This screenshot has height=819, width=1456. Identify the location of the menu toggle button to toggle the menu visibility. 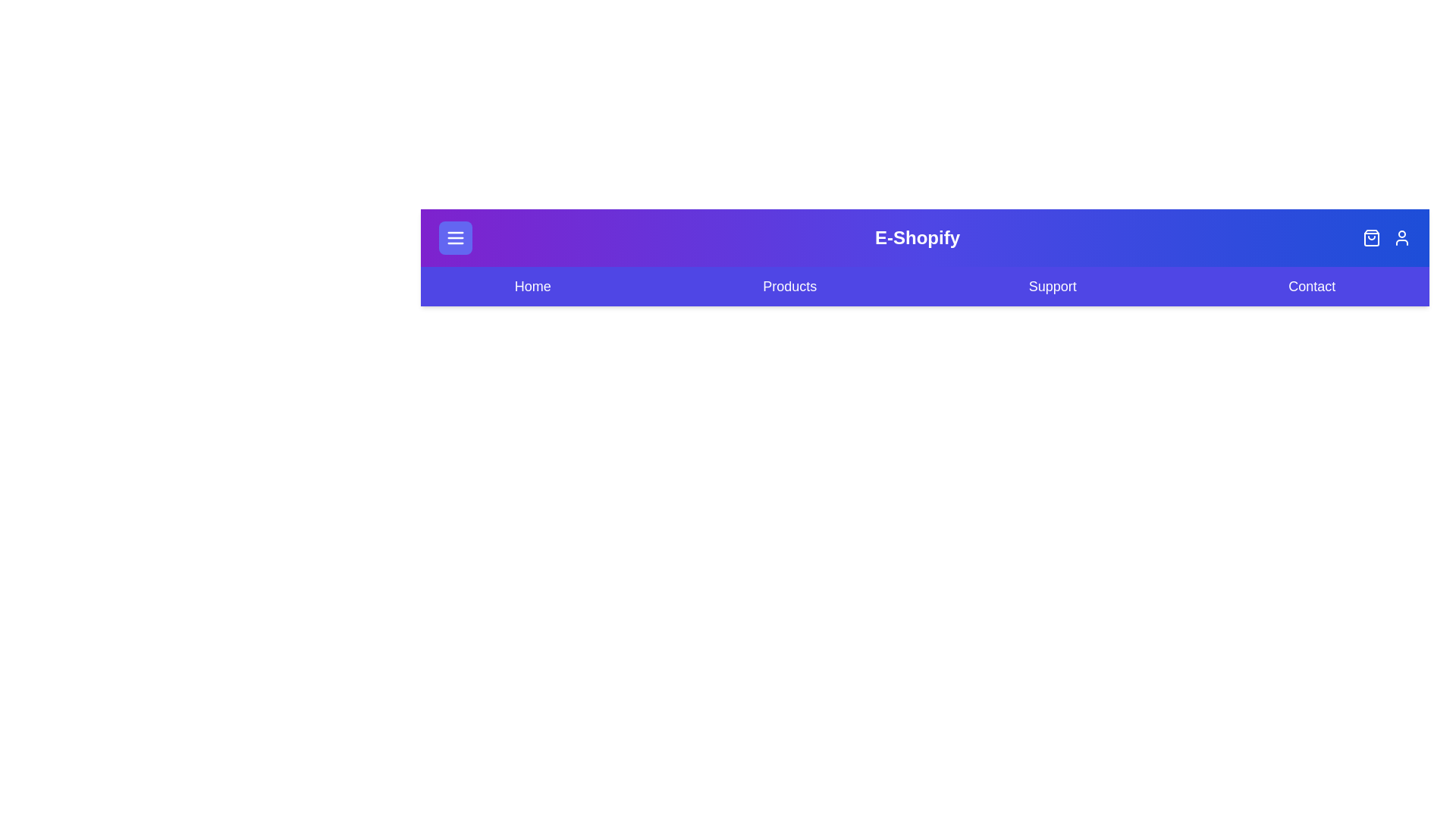
(454, 237).